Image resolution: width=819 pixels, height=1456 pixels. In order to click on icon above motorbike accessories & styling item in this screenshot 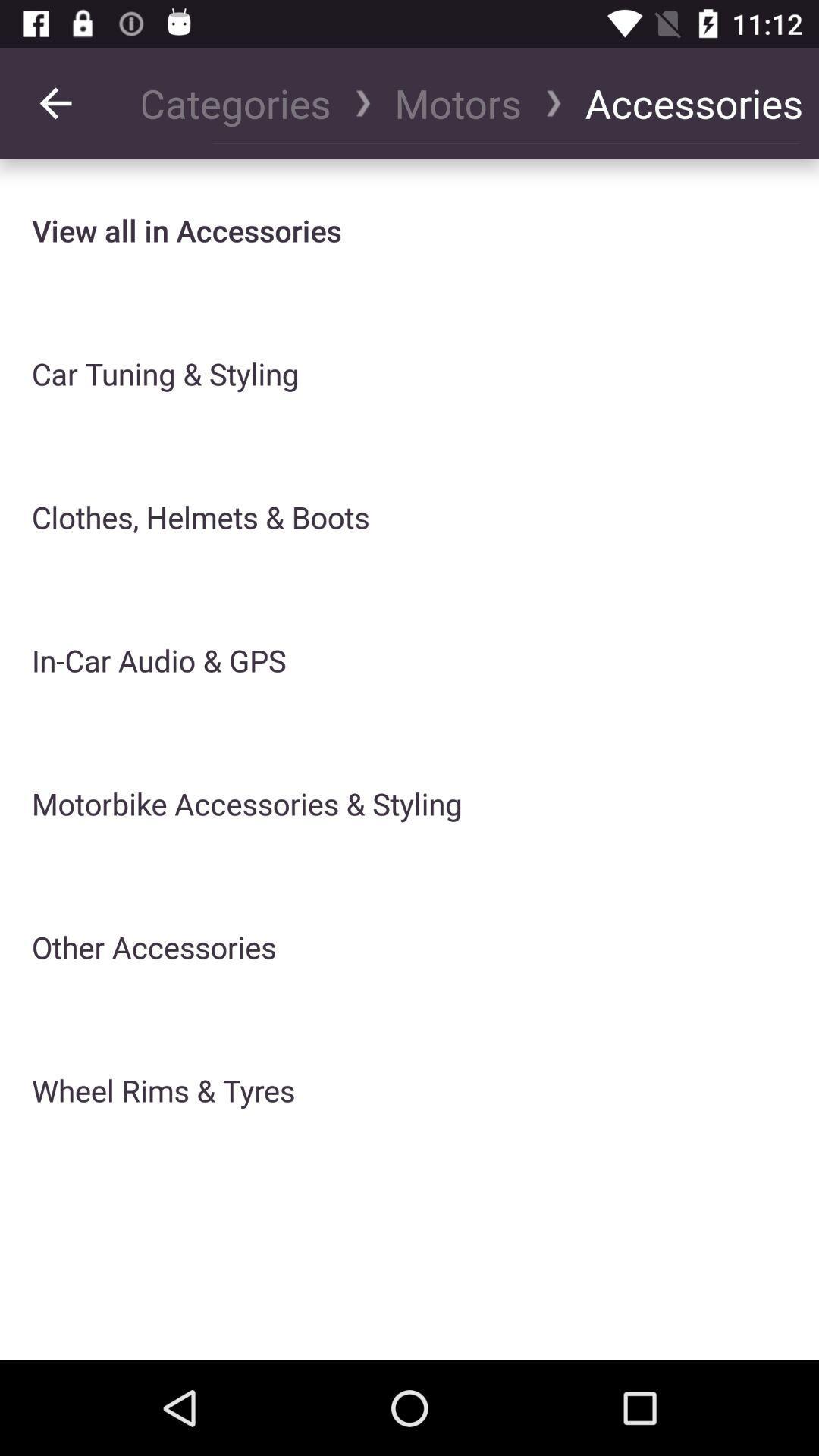, I will do `click(158, 661)`.